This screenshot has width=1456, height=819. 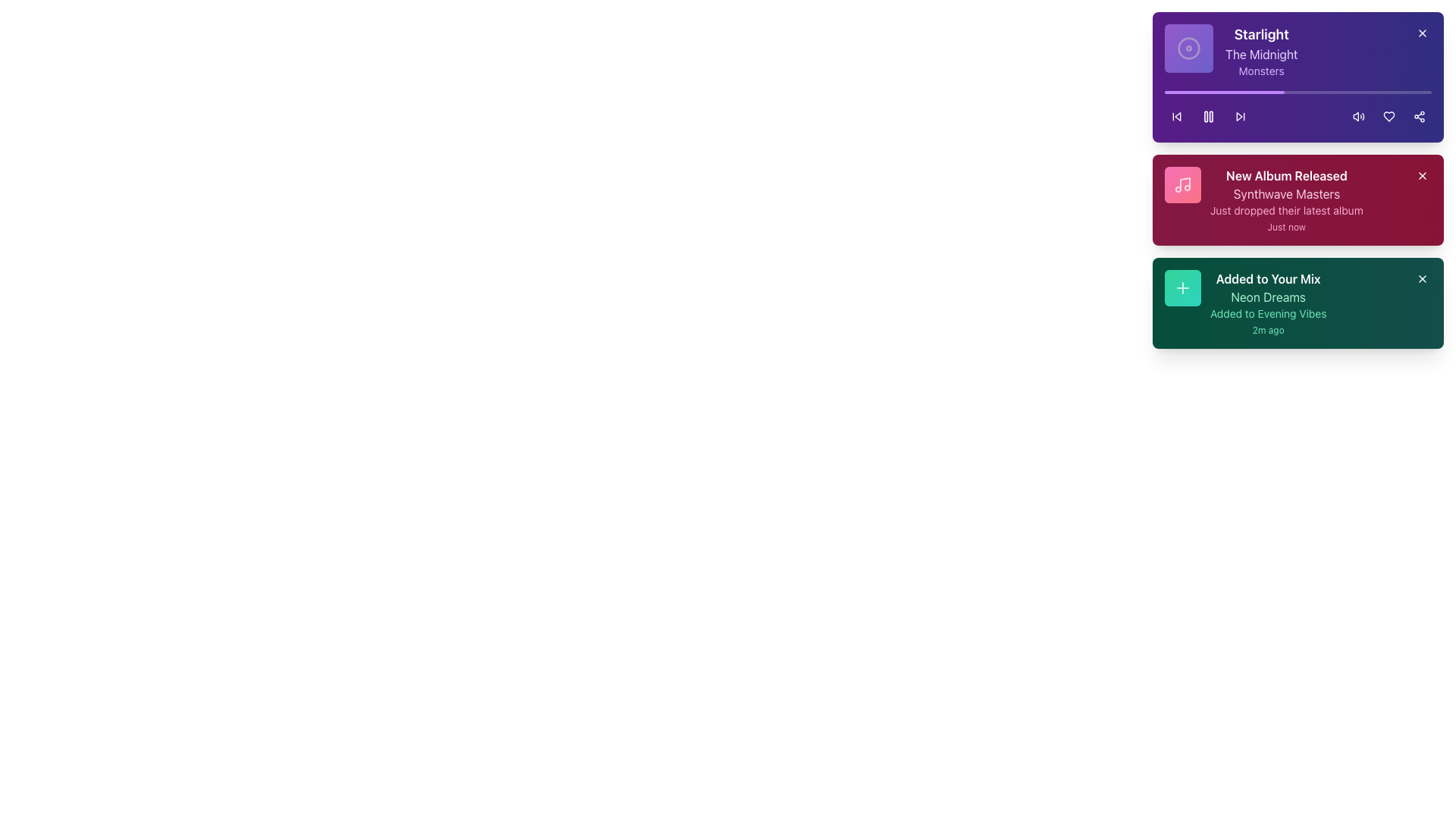 What do you see at coordinates (1182, 288) in the screenshot?
I see `the addition button located in the top-left corner of the 'Added to Your Mix' card` at bounding box center [1182, 288].